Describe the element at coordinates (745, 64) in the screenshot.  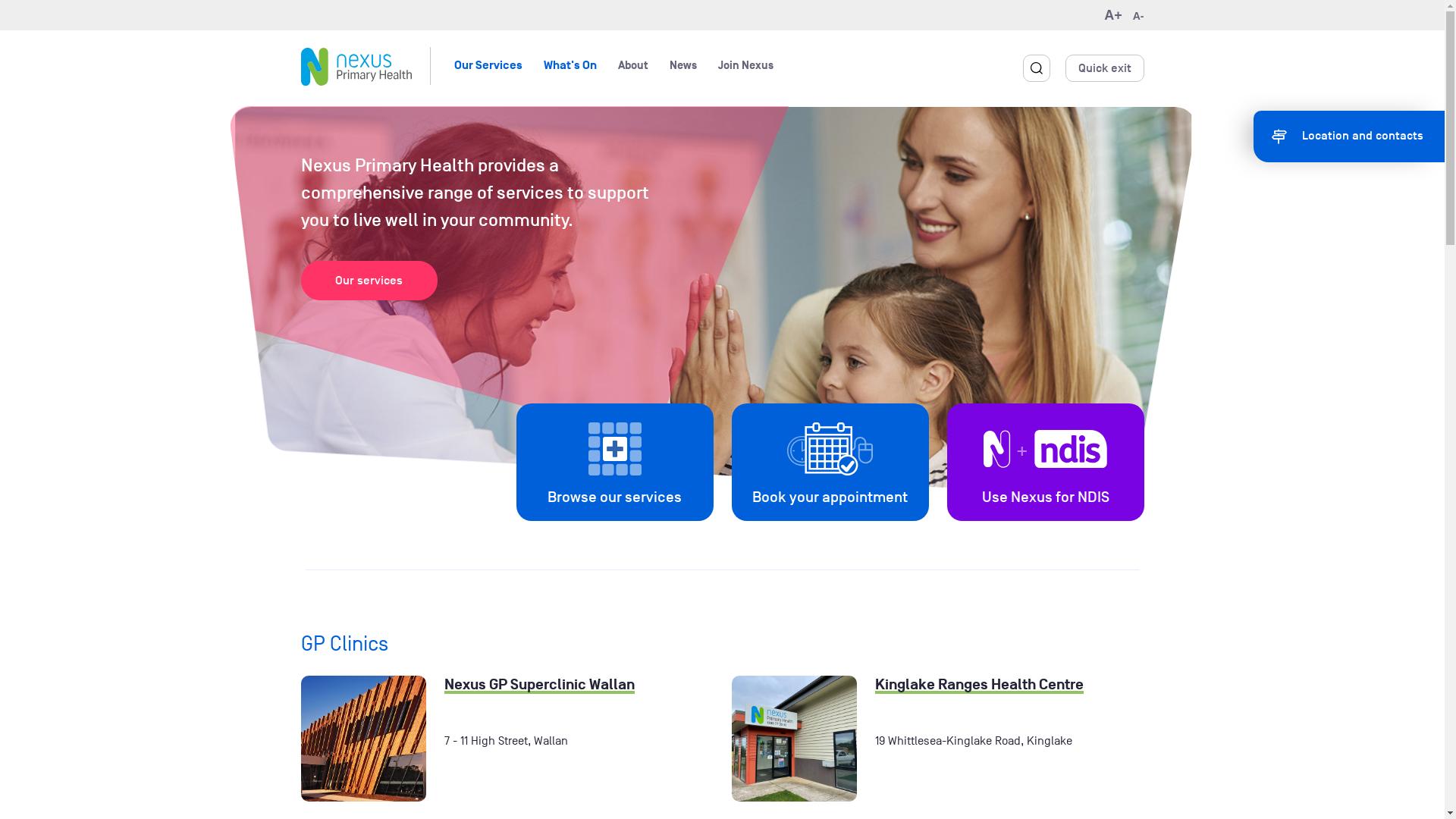
I see `'Join Nexus'` at that location.